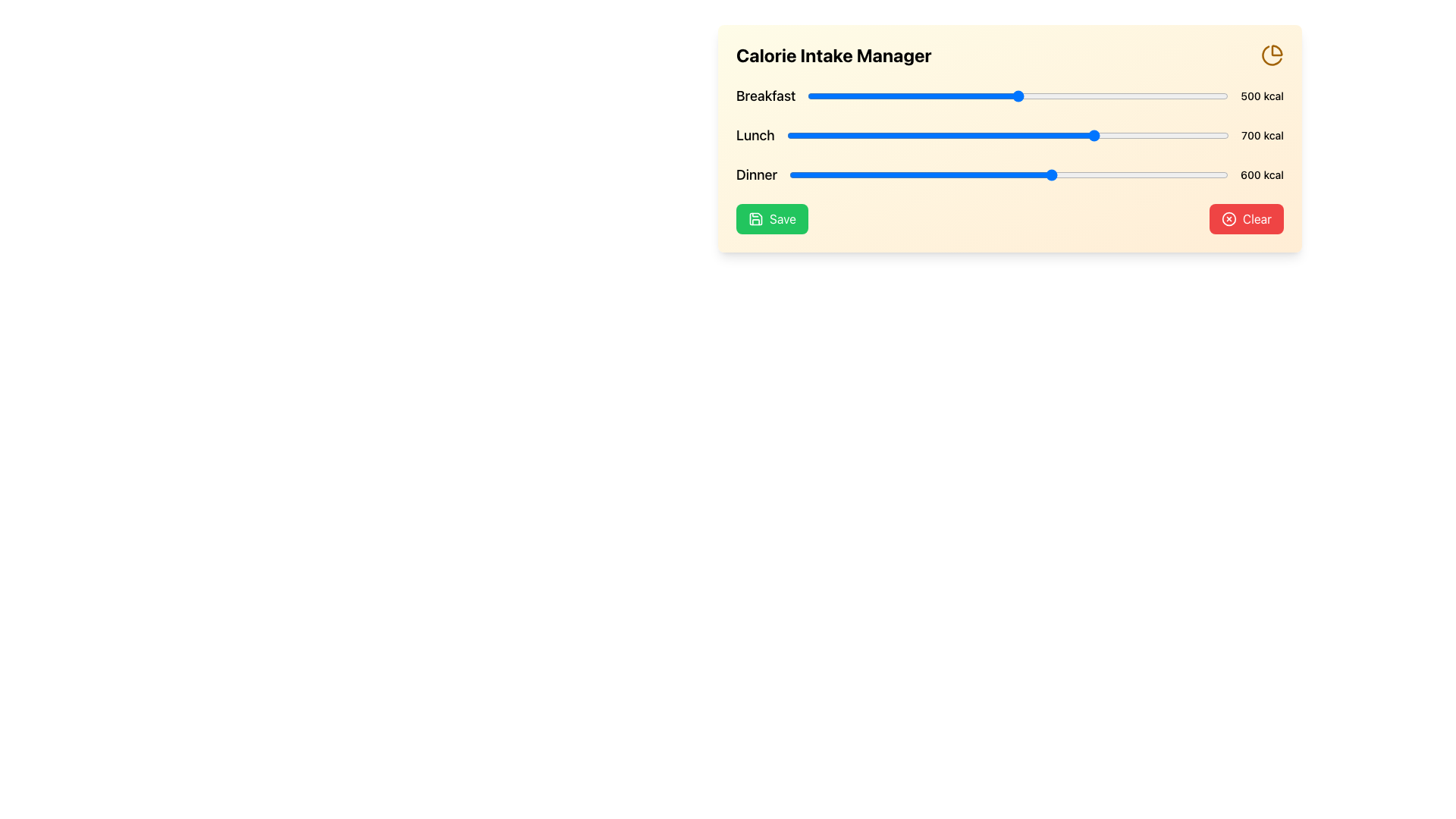 This screenshot has width=1456, height=819. Describe the element at coordinates (1075, 174) in the screenshot. I see `Dinner kcal` at that location.